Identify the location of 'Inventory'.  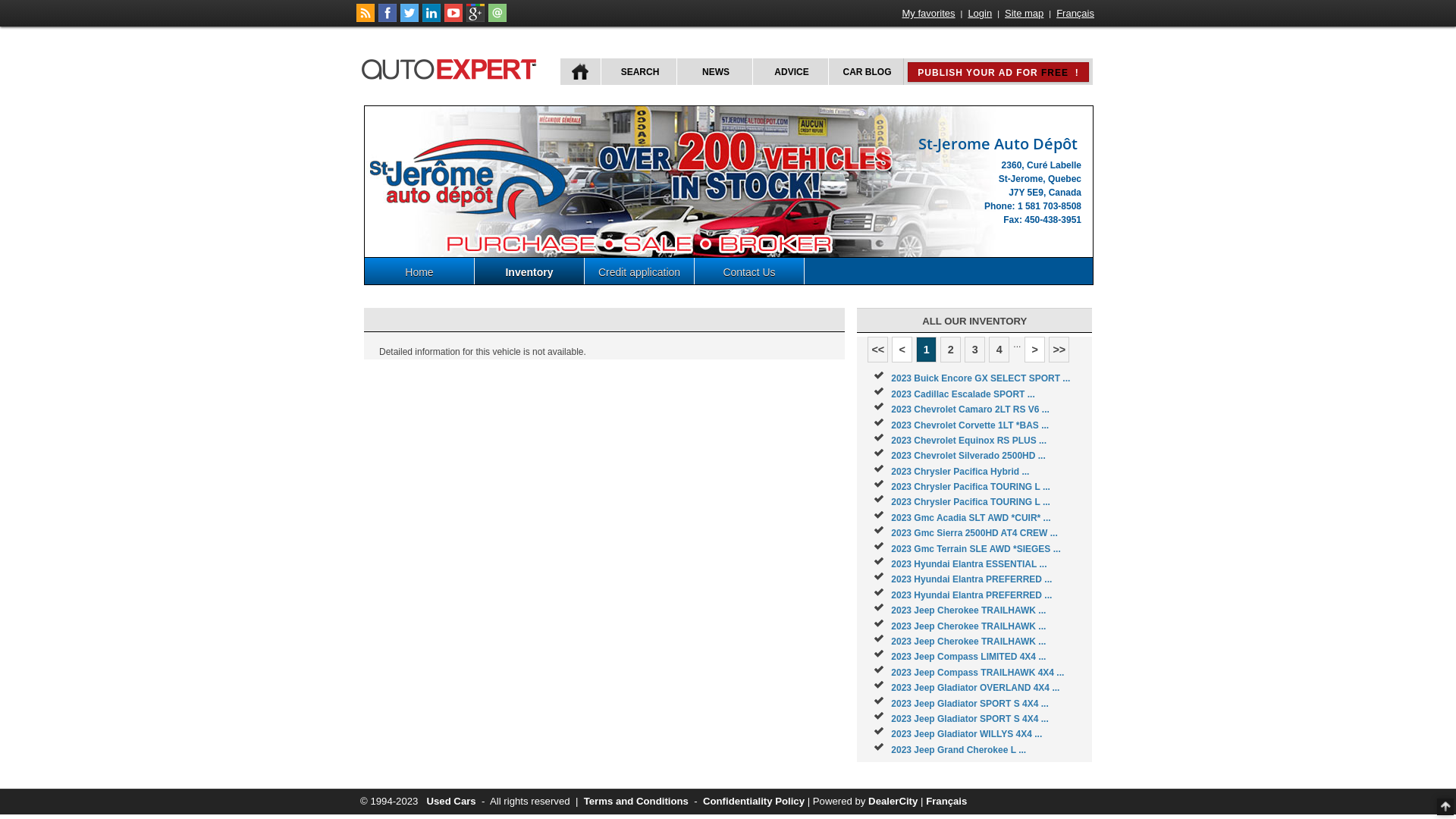
(529, 270).